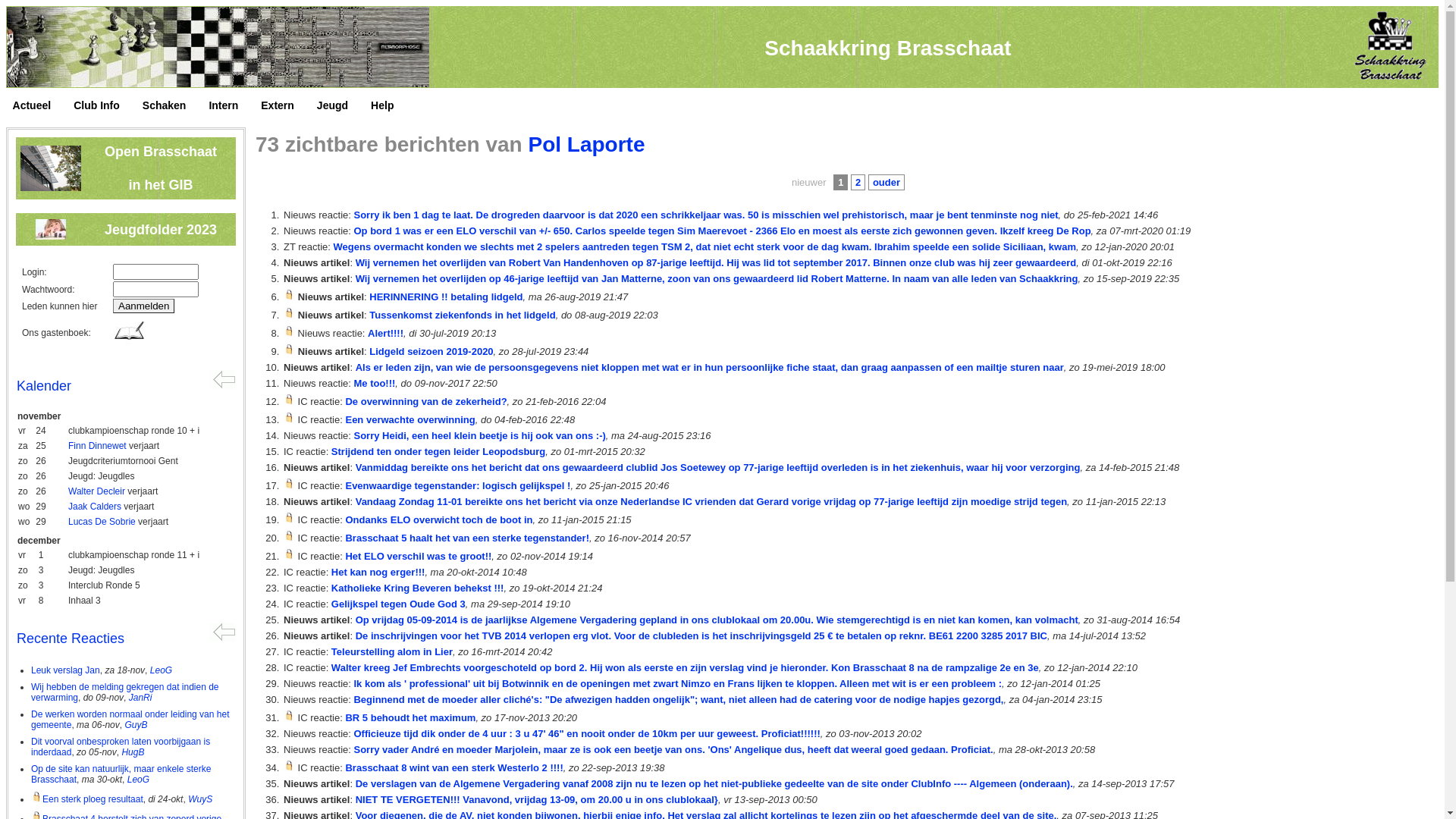 This screenshot has width=1456, height=819. I want to click on 'Help', so click(371, 105).